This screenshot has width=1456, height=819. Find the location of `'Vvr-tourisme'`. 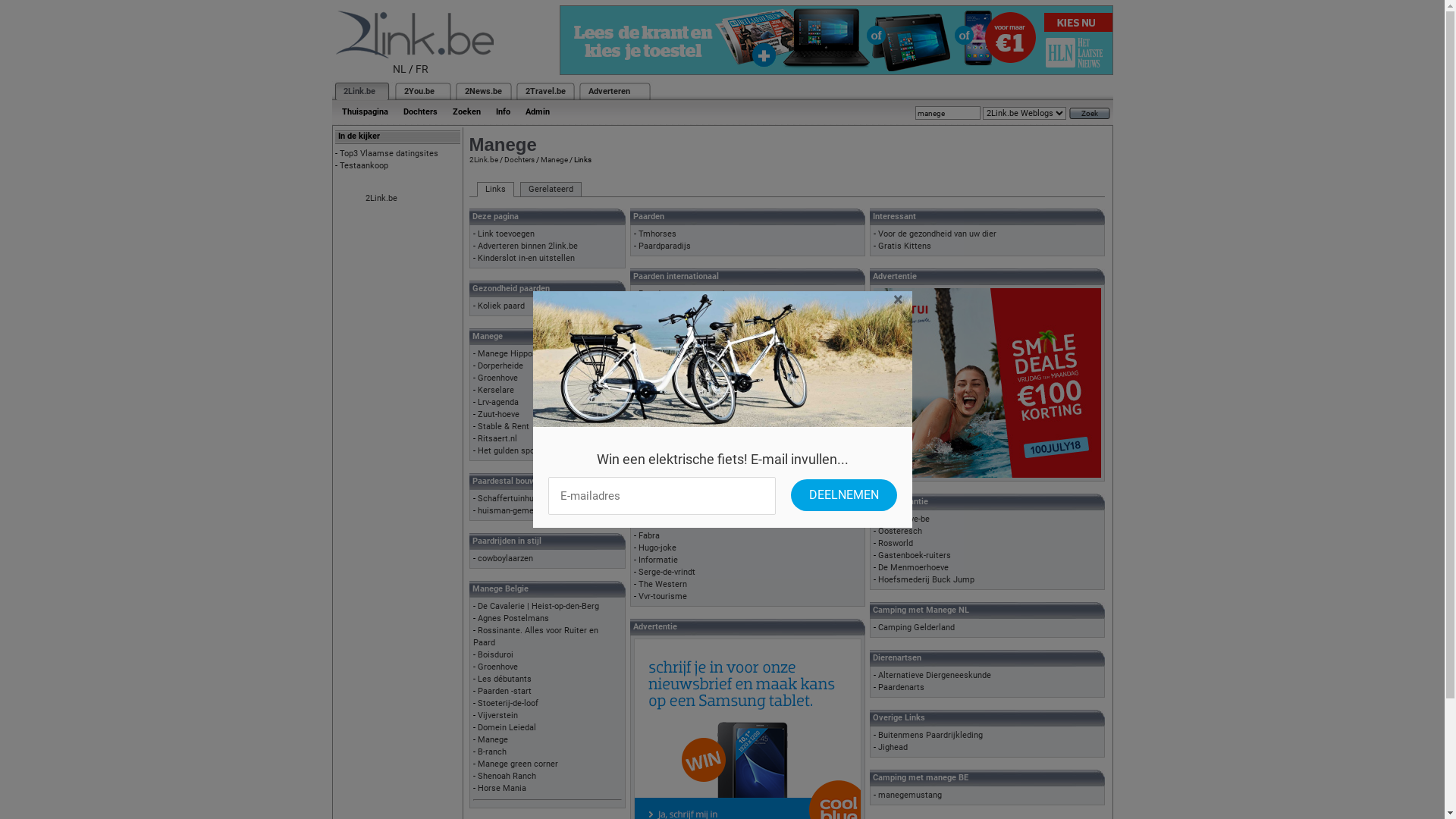

'Vvr-tourisme' is located at coordinates (662, 595).